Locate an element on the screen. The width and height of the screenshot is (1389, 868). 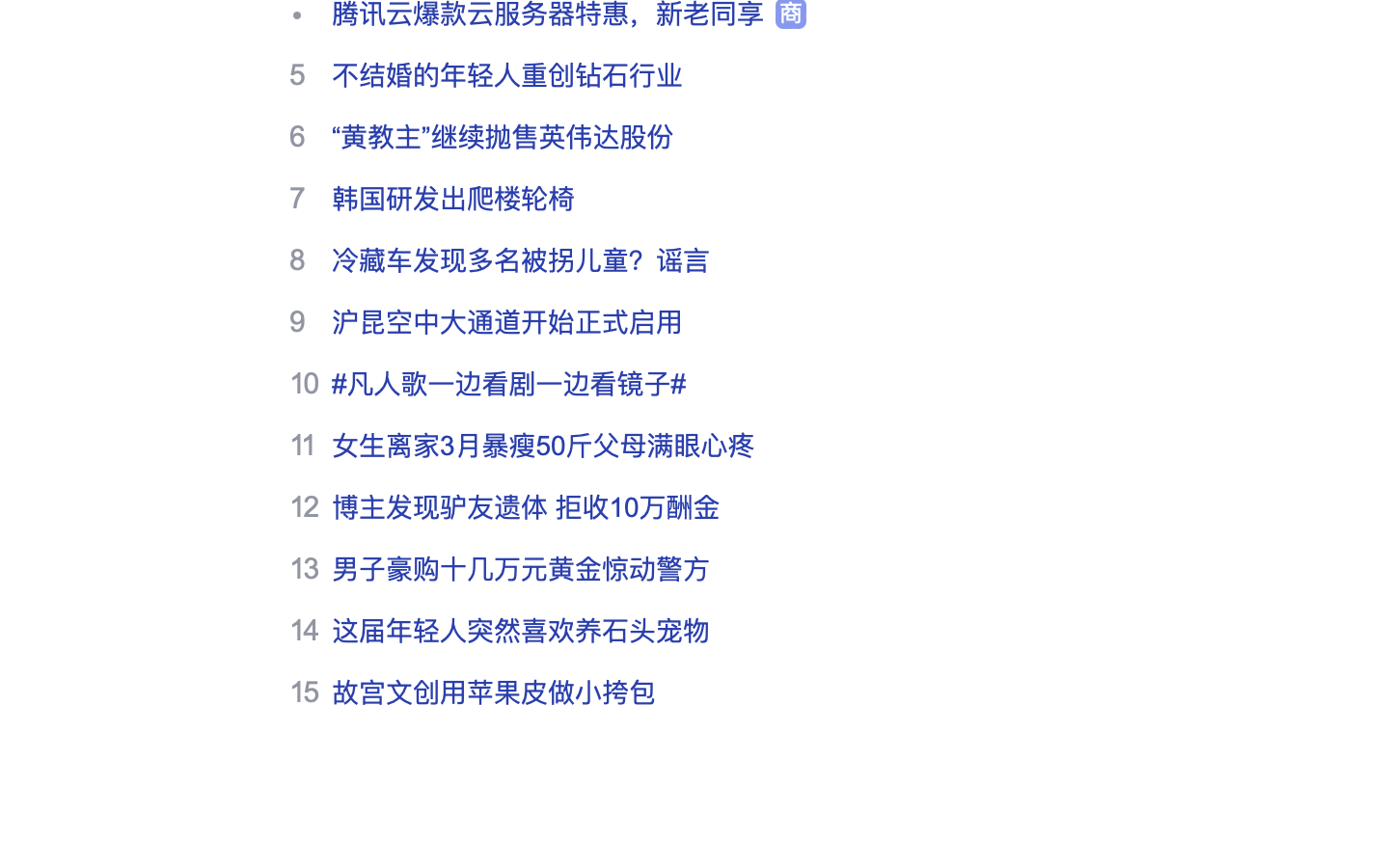
'这届年轻人突然喜欢养石头宠物' is located at coordinates (520, 631).